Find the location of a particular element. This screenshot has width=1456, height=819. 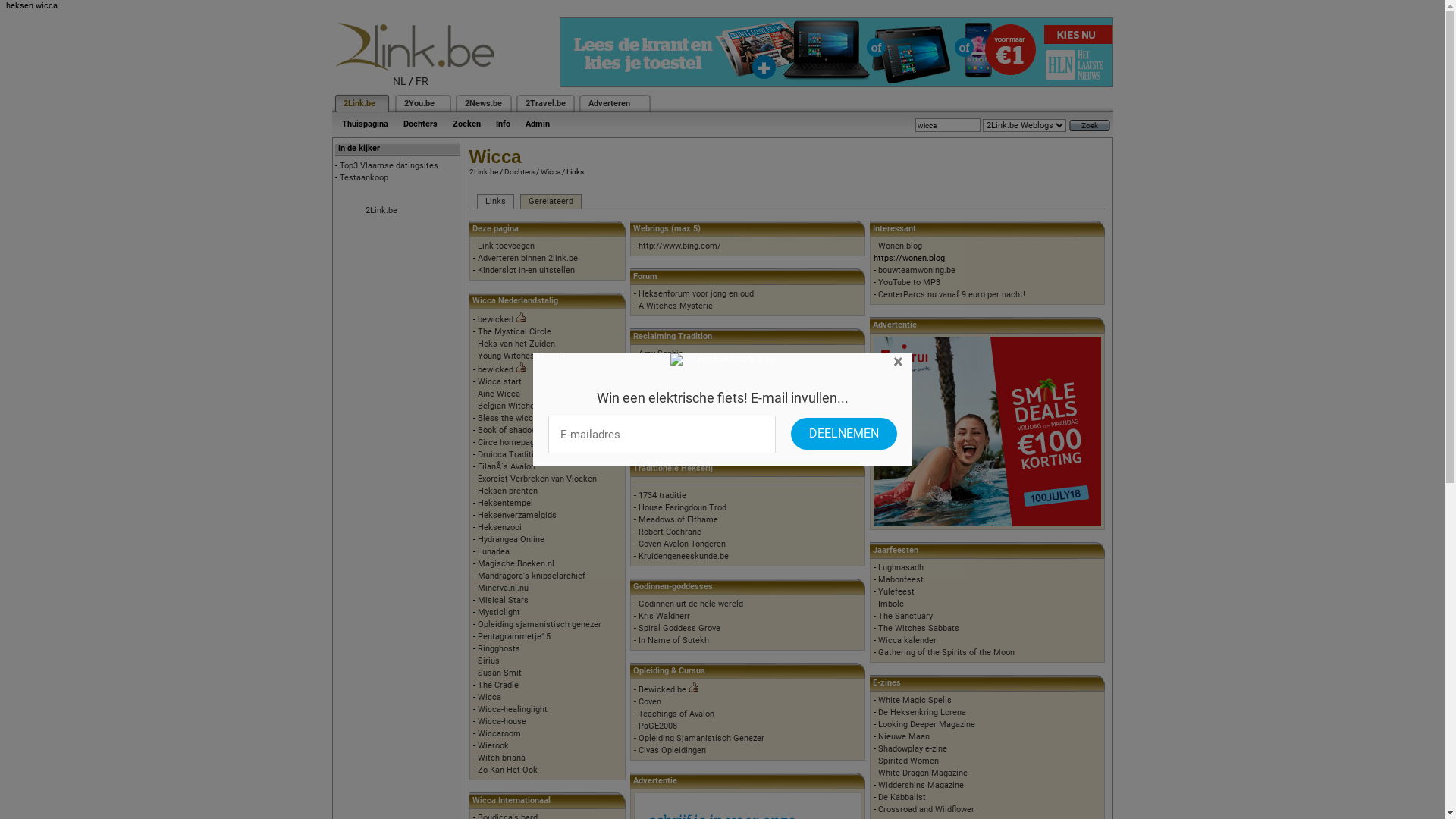

'Ringghosts' is located at coordinates (498, 648).